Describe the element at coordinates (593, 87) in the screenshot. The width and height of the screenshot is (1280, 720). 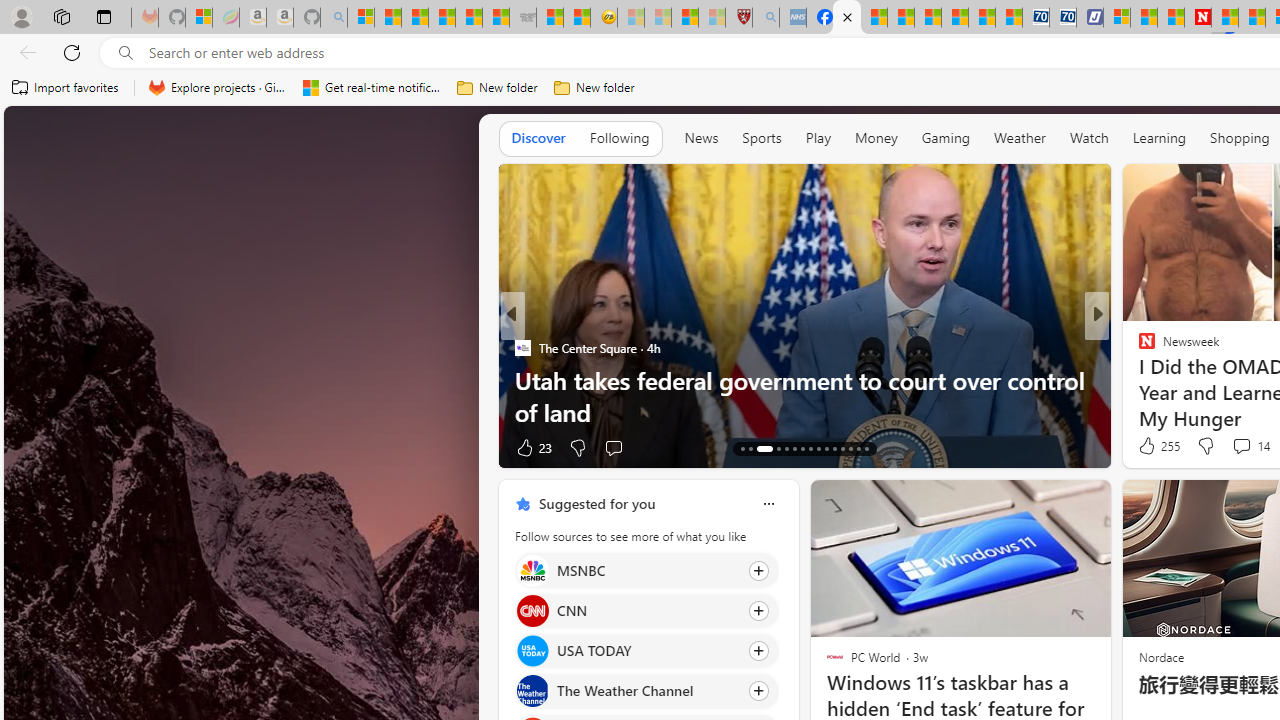
I see `'New folder'` at that location.